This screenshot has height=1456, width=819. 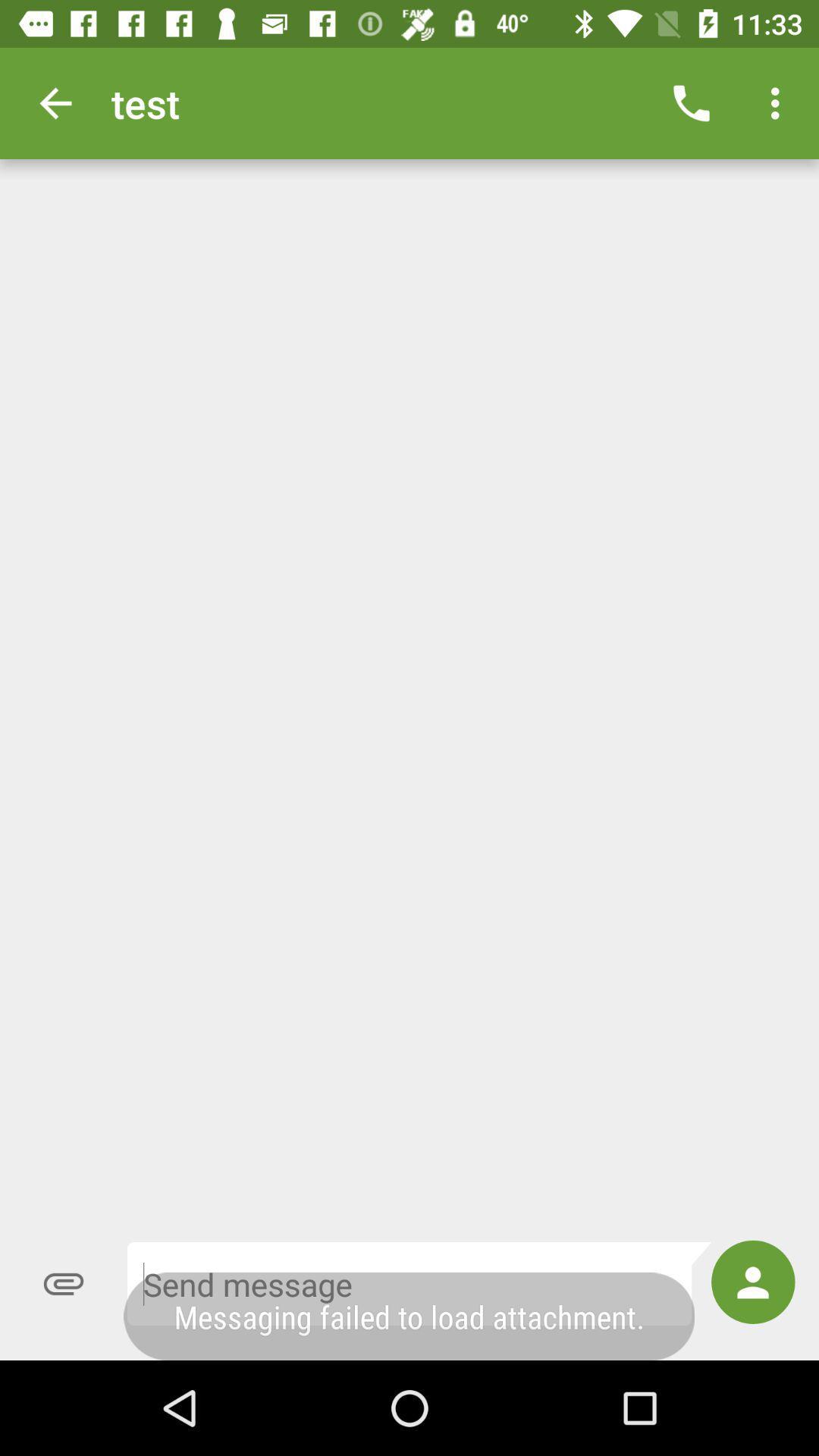 What do you see at coordinates (63, 1283) in the screenshot?
I see `the attach_file icon` at bounding box center [63, 1283].